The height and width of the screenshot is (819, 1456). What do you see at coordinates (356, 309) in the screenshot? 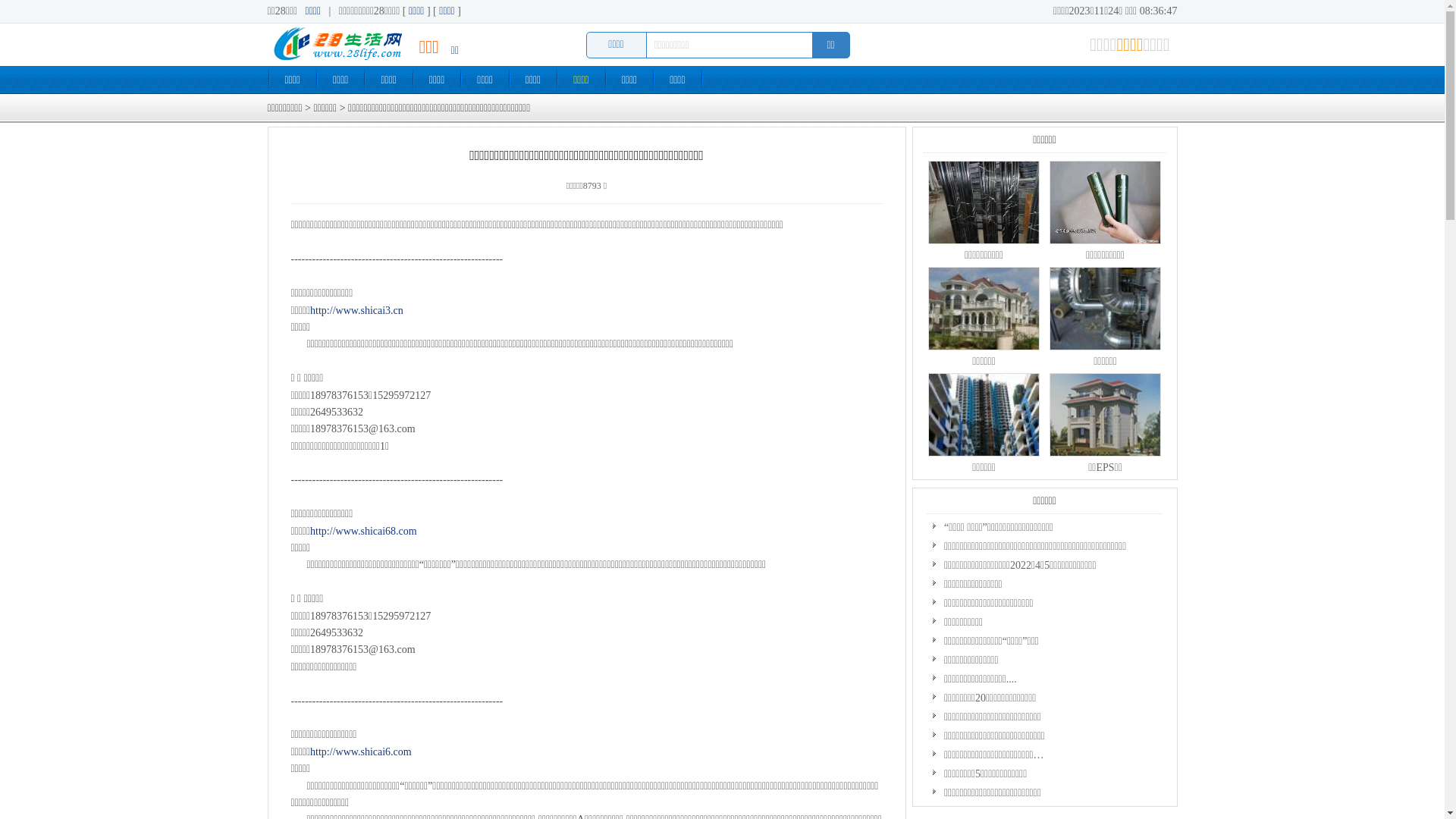
I see `'http://www.shicai3.cn'` at bounding box center [356, 309].